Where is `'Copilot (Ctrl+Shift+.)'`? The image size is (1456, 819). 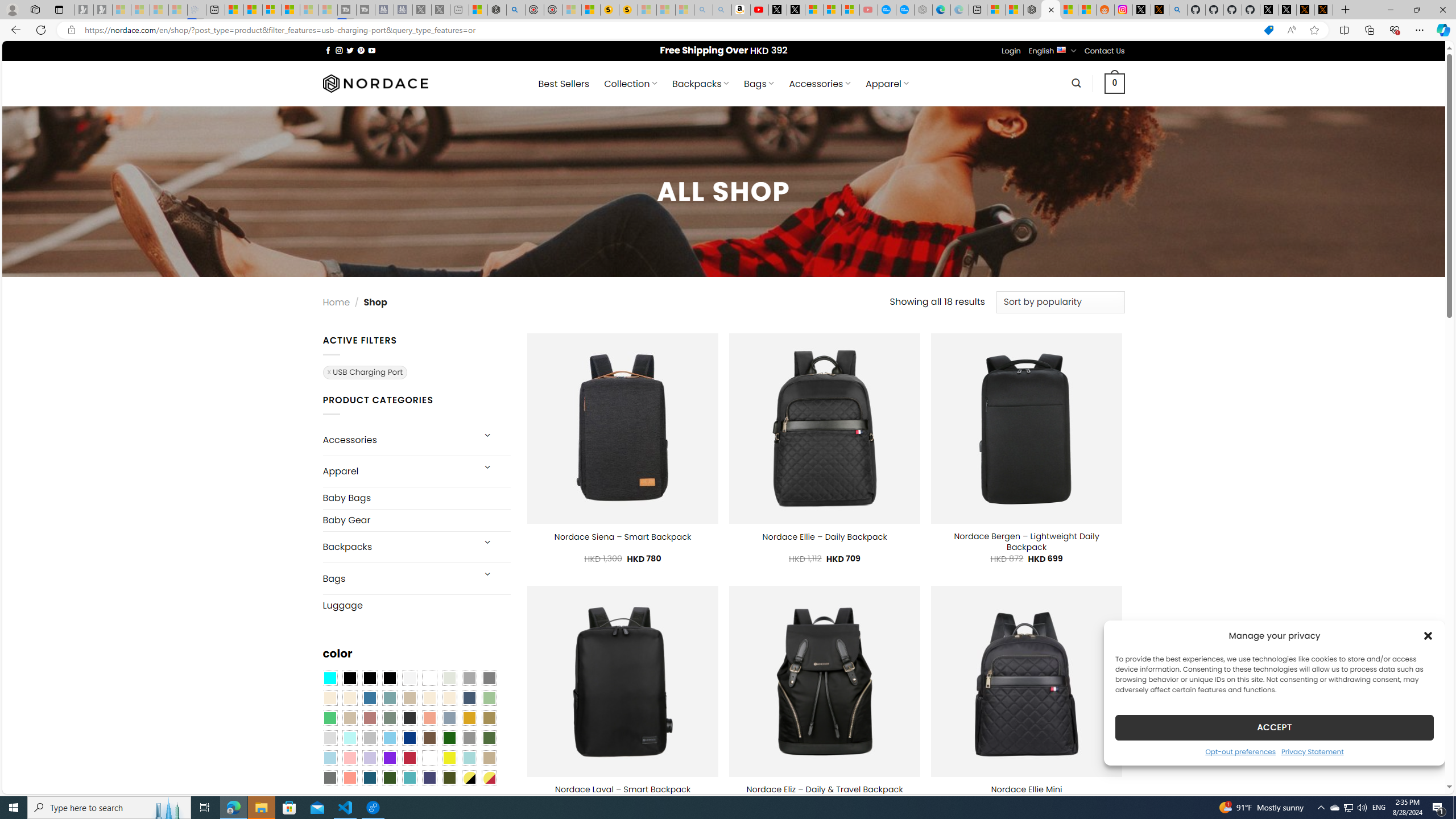
'Copilot (Ctrl+Shift+.)' is located at coordinates (1442, 29).